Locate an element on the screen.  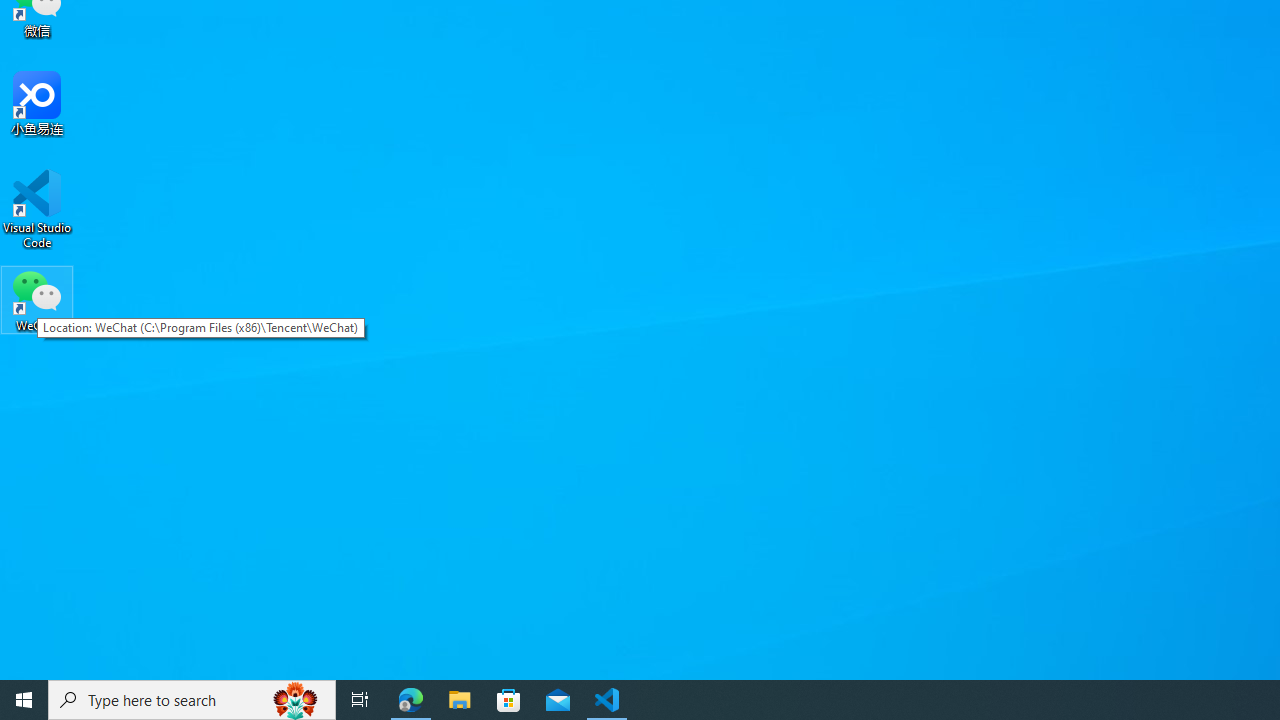
'Type here to search' is located at coordinates (192, 698).